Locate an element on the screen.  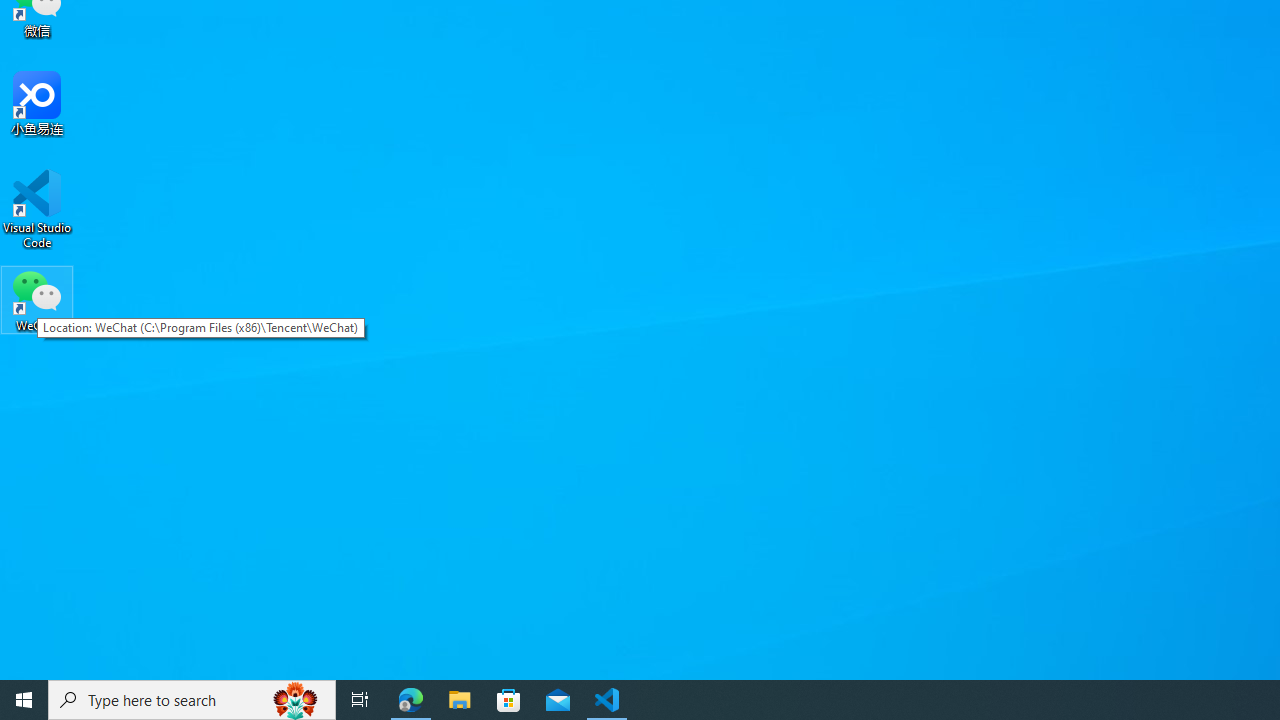
'Type here to search' is located at coordinates (192, 698).